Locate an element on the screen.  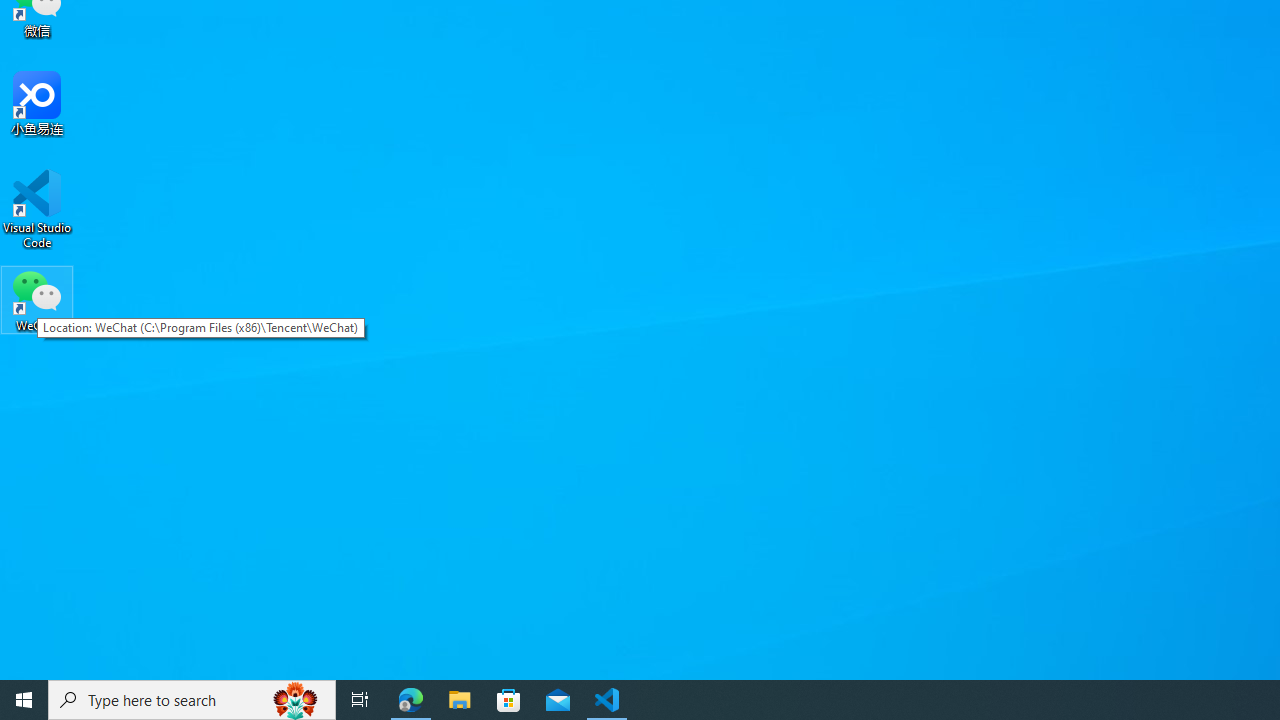
'Type here to search' is located at coordinates (192, 698).